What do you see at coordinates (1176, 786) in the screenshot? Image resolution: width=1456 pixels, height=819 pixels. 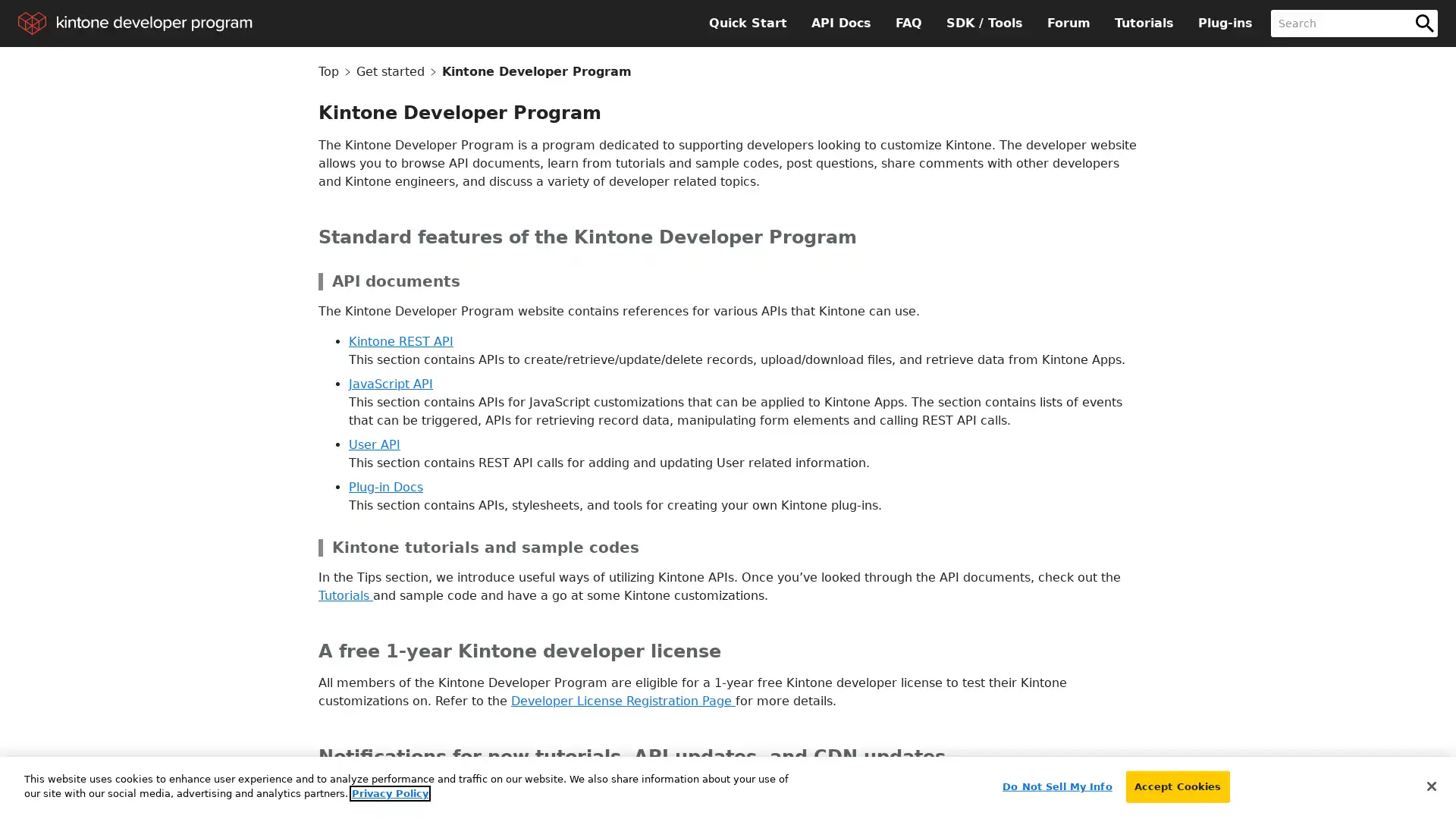 I see `Accept Cookies` at bounding box center [1176, 786].